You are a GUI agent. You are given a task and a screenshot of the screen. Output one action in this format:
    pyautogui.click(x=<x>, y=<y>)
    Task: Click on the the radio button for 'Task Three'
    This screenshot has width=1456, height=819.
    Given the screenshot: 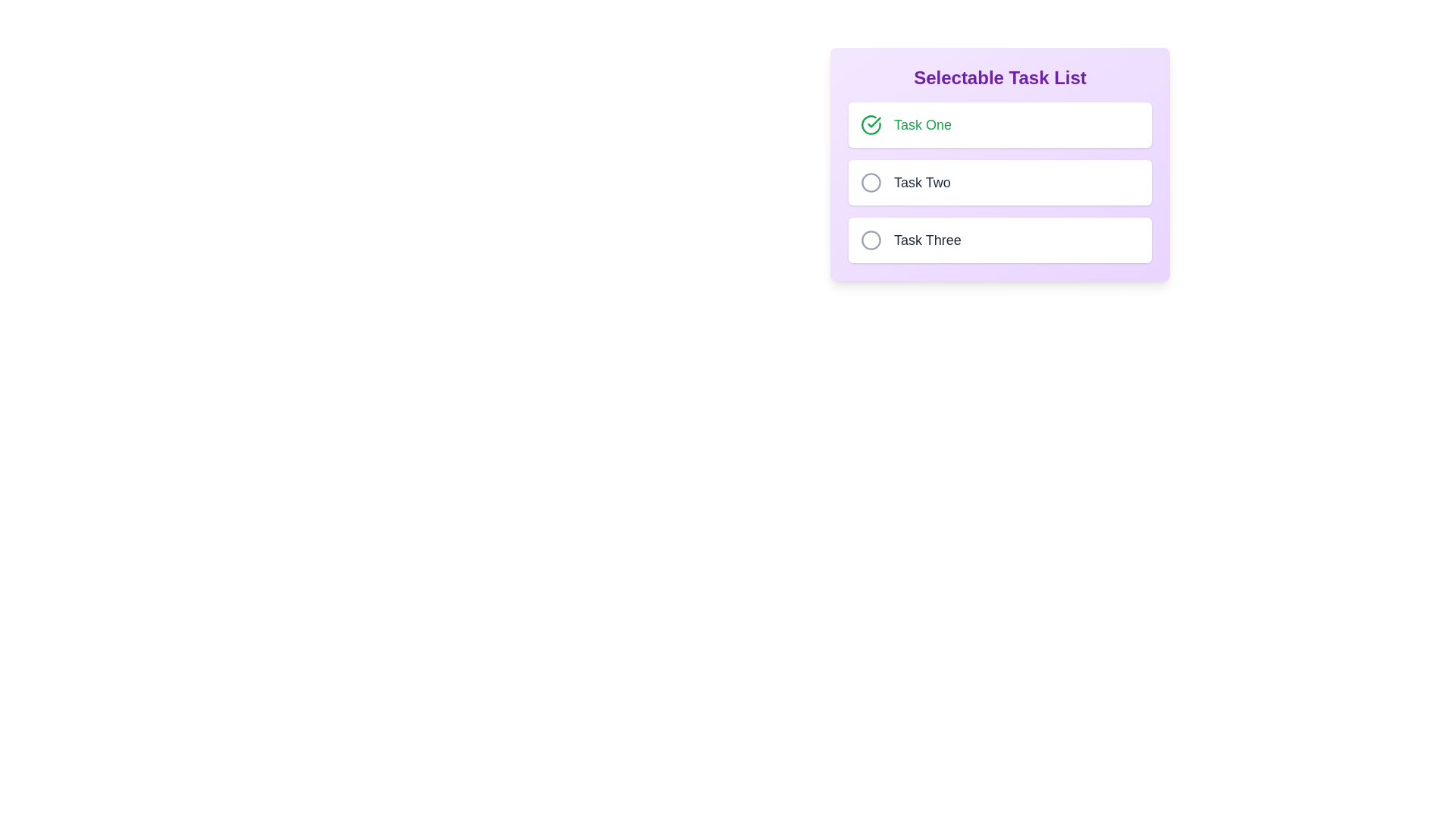 What is the action you would take?
    pyautogui.click(x=871, y=239)
    